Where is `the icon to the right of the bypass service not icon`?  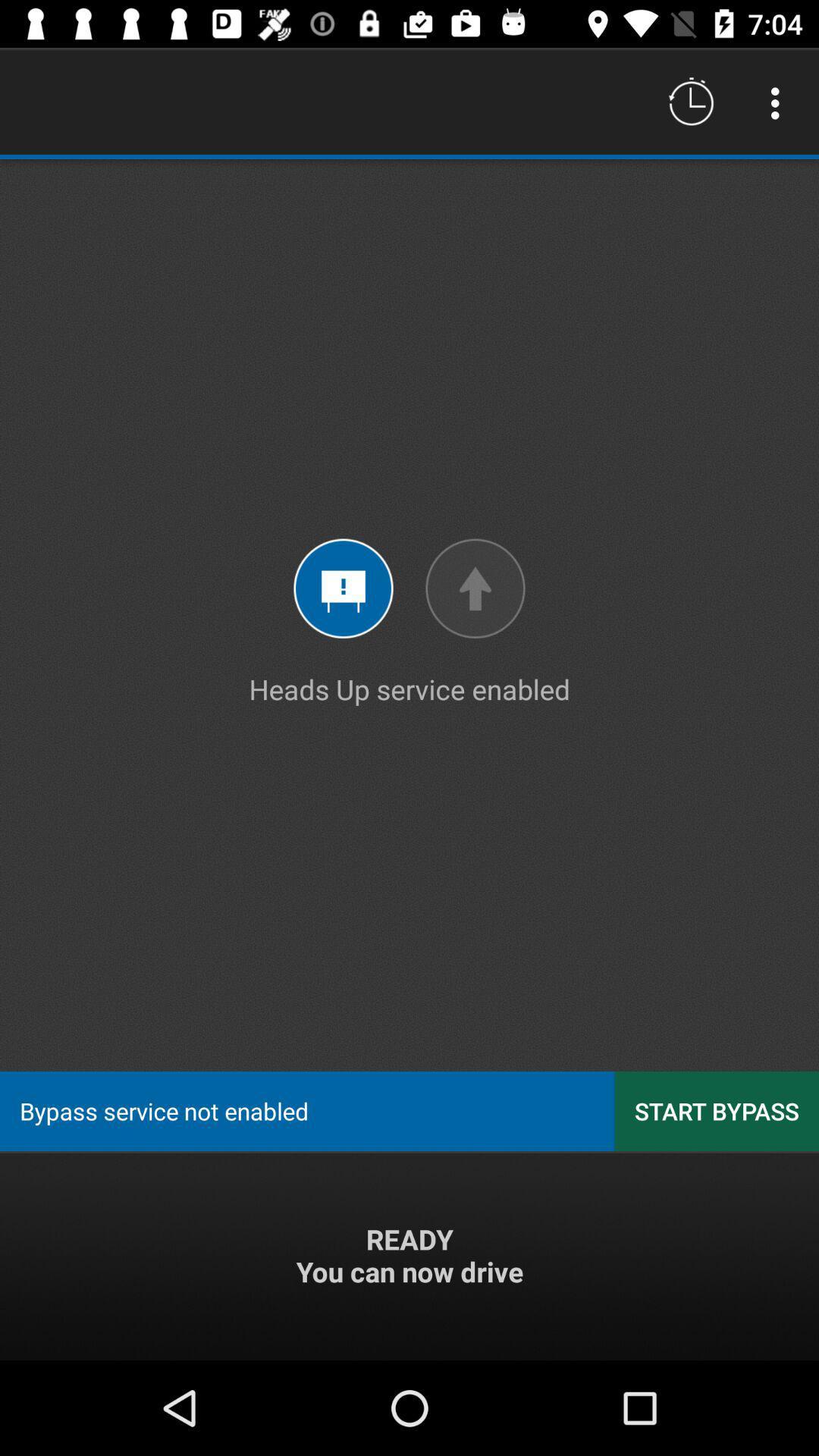 the icon to the right of the bypass service not icon is located at coordinates (717, 1111).